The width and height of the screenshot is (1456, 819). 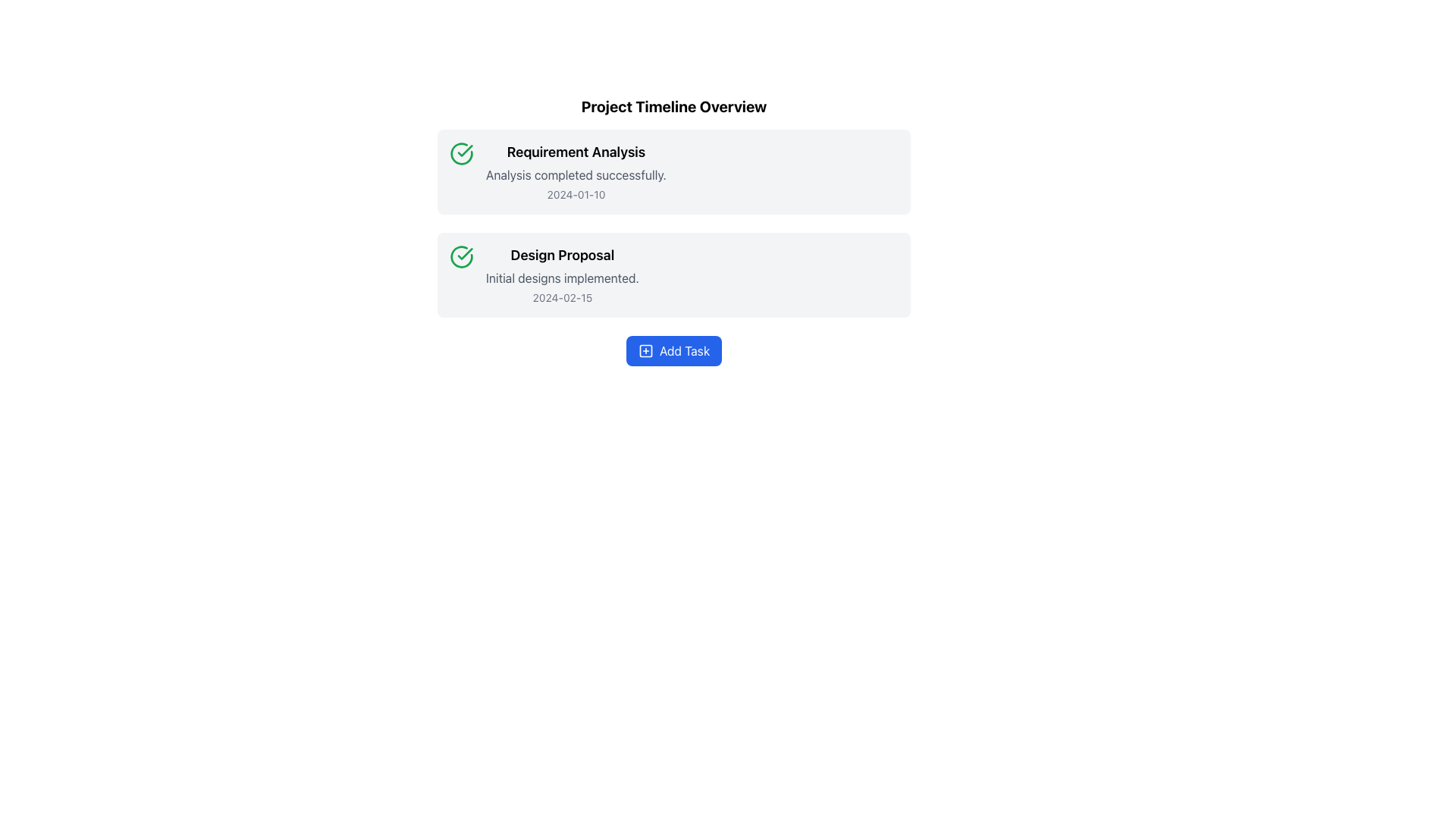 I want to click on the status representation of the checkmark icon with a green outline located next to the 'Design Proposal' text in the list of items, so click(x=464, y=253).